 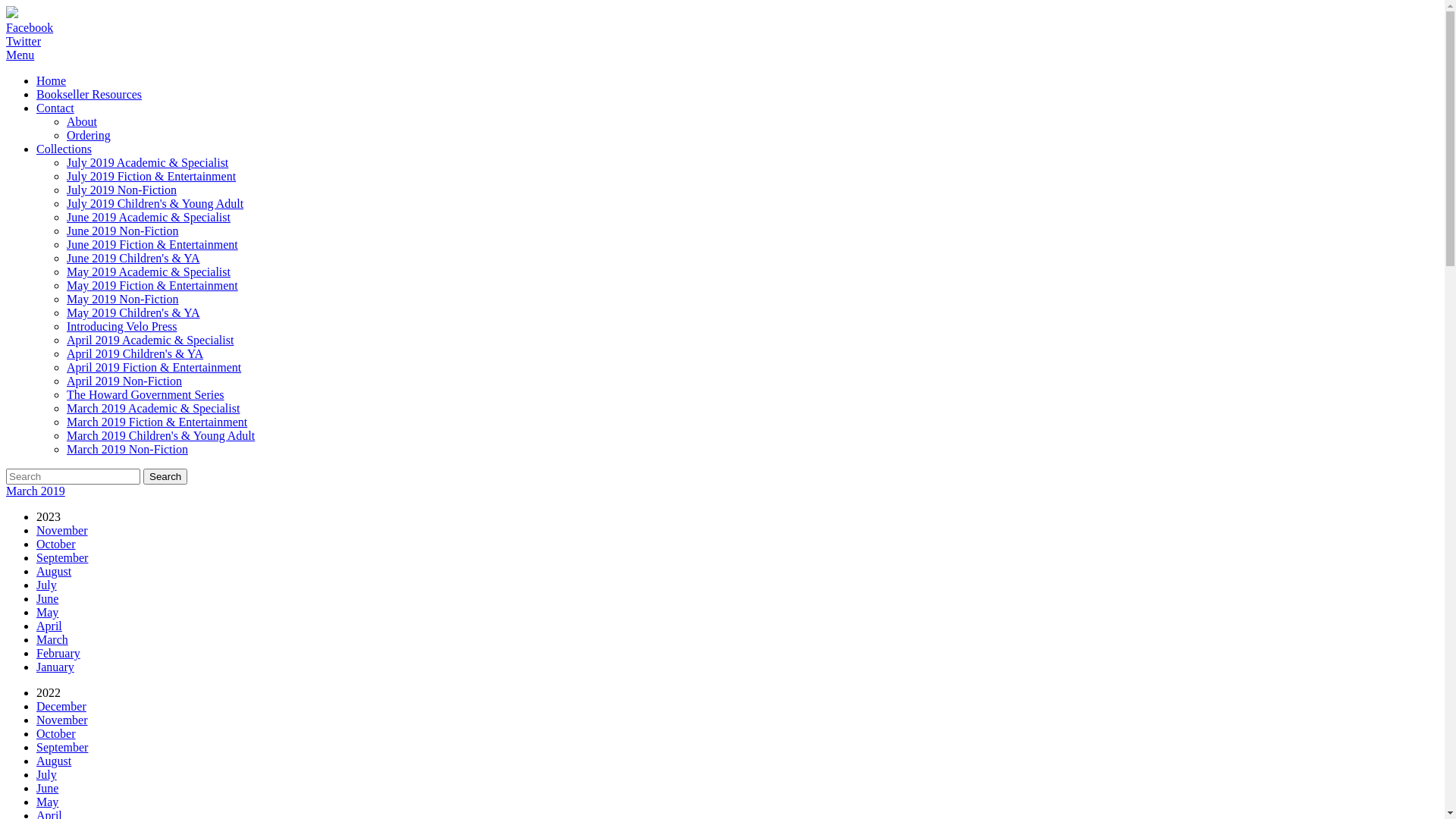 I want to click on 'July', so click(x=46, y=584).